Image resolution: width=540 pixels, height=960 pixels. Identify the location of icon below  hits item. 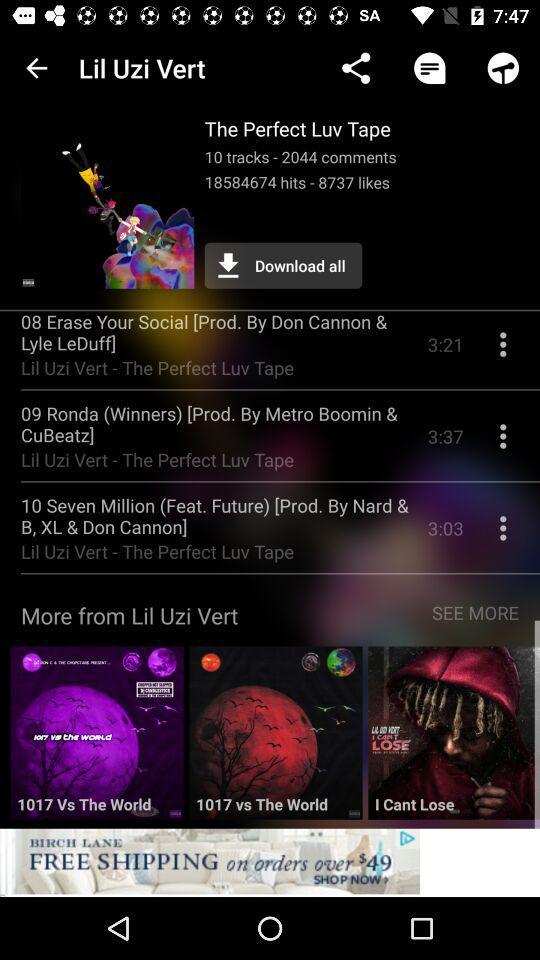
(282, 264).